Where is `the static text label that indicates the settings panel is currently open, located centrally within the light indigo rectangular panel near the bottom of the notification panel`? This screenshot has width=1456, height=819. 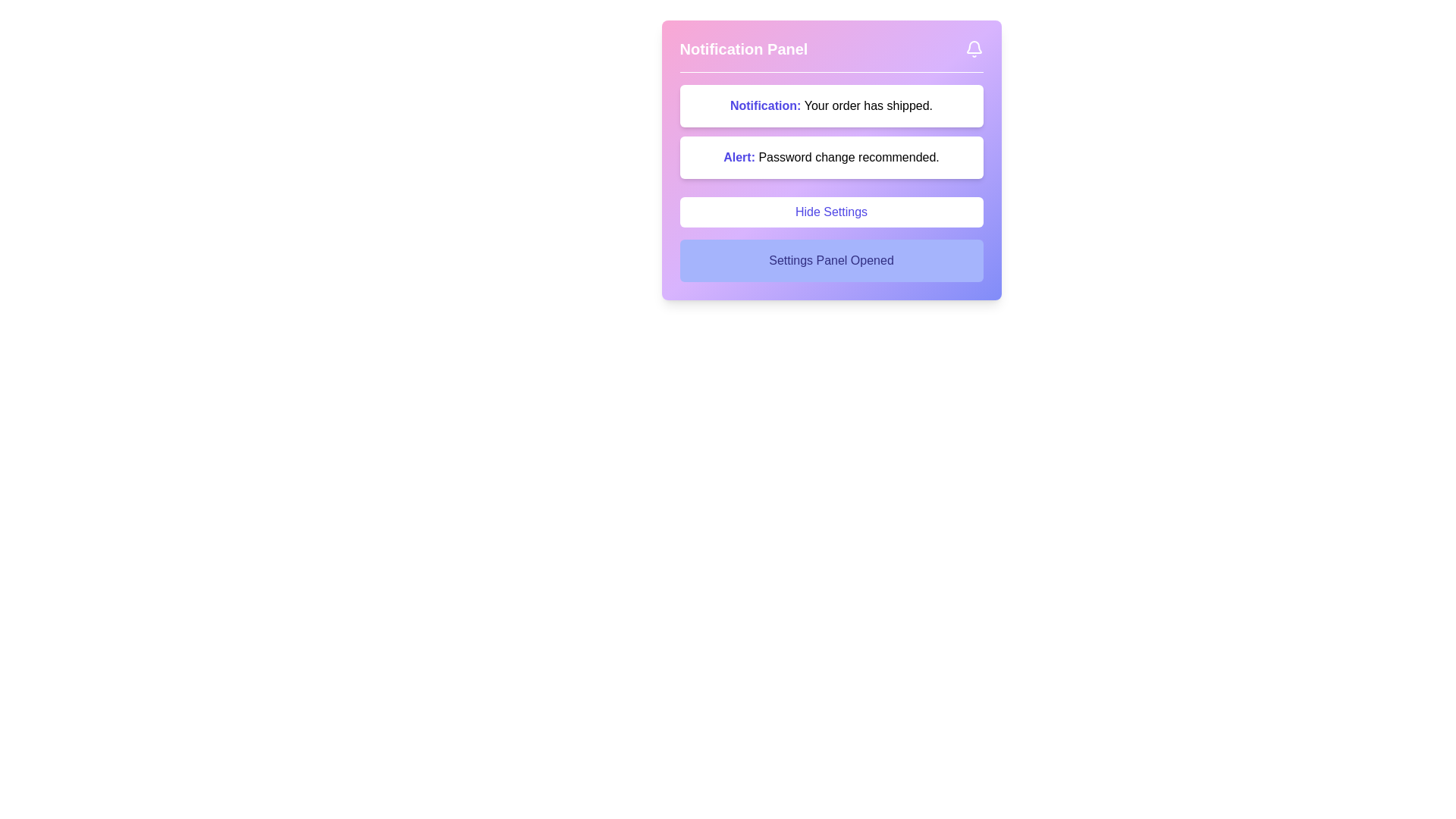
the static text label that indicates the settings panel is currently open, located centrally within the light indigo rectangular panel near the bottom of the notification panel is located at coordinates (830, 259).